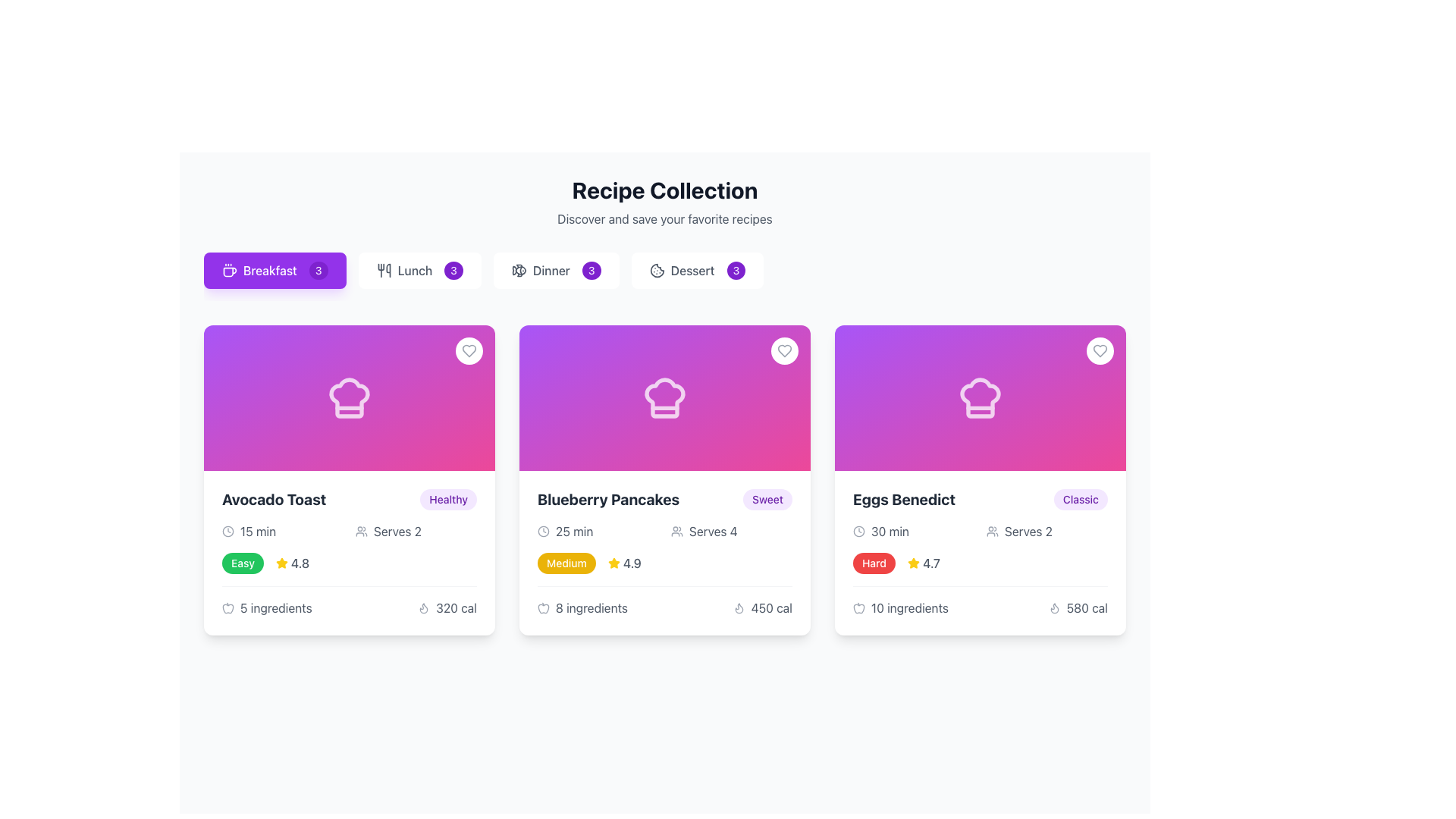  Describe the element at coordinates (1077, 607) in the screenshot. I see `the '580 cal' text and flame icon combination located in the bottom-right corner of the 'Eggs Benedict' card` at that location.